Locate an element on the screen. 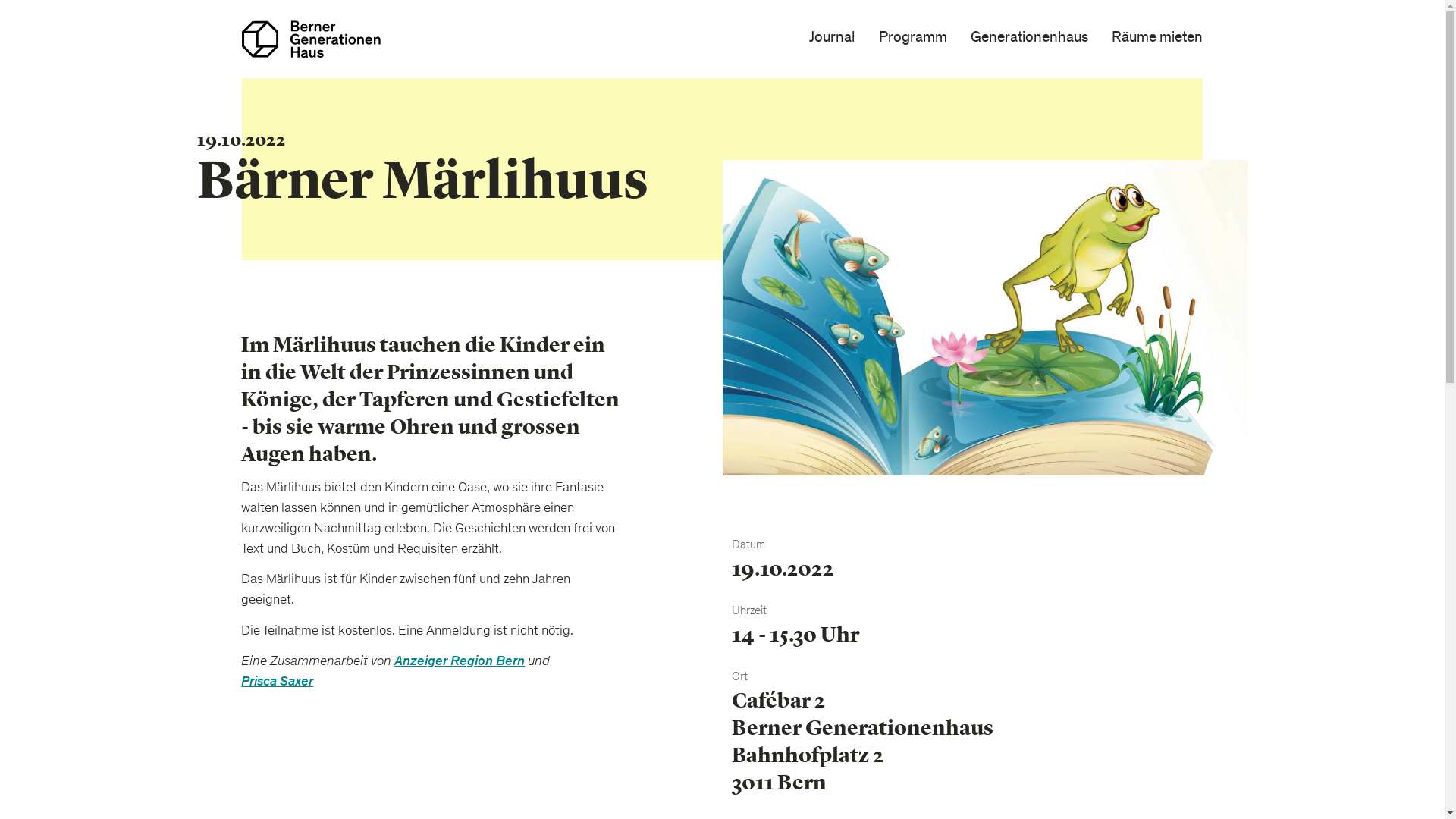 This screenshot has width=1456, height=819. 'Journal' is located at coordinates (831, 37).